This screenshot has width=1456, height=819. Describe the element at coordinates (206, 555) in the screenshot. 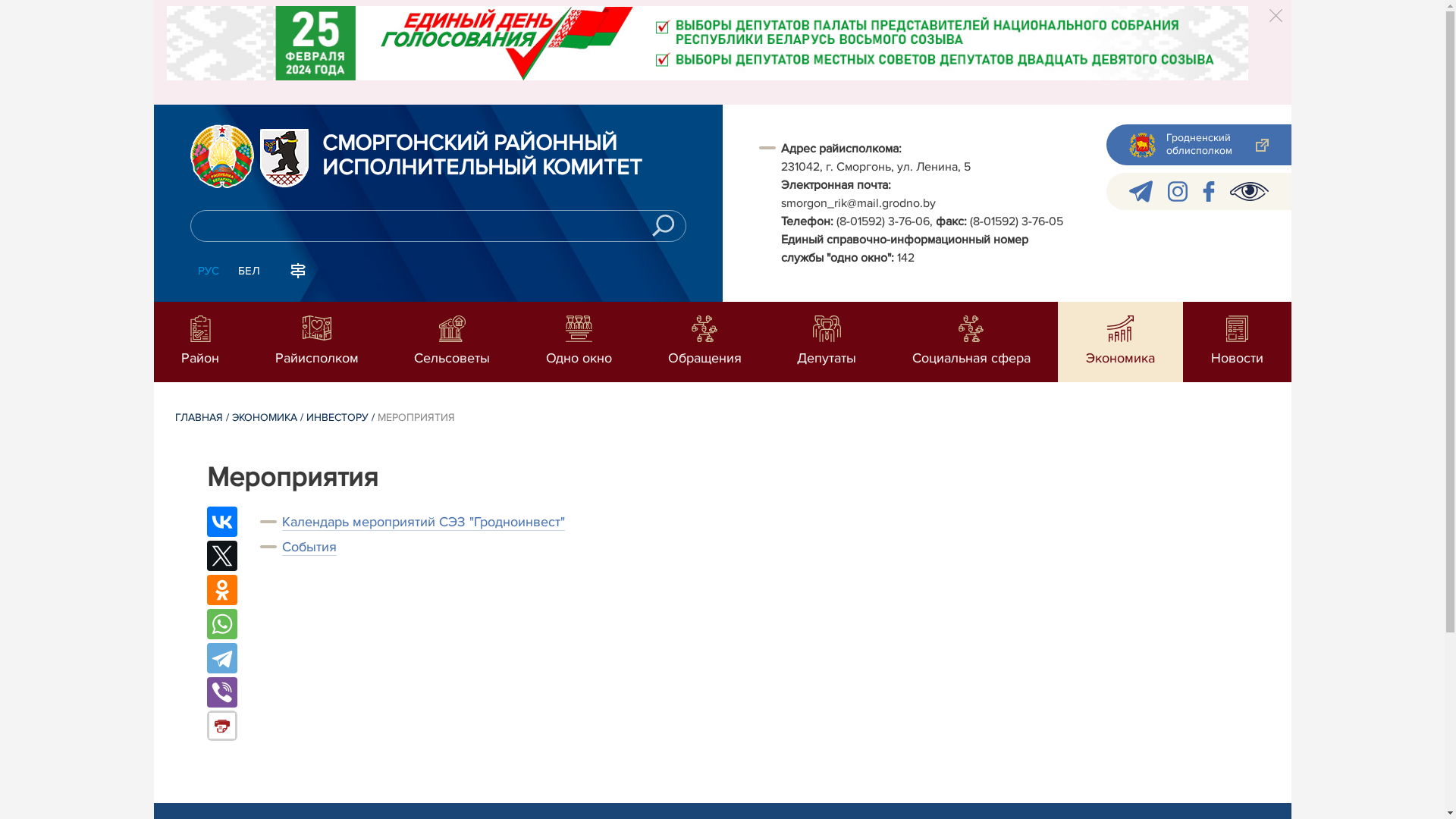

I see `'Twitter'` at that location.